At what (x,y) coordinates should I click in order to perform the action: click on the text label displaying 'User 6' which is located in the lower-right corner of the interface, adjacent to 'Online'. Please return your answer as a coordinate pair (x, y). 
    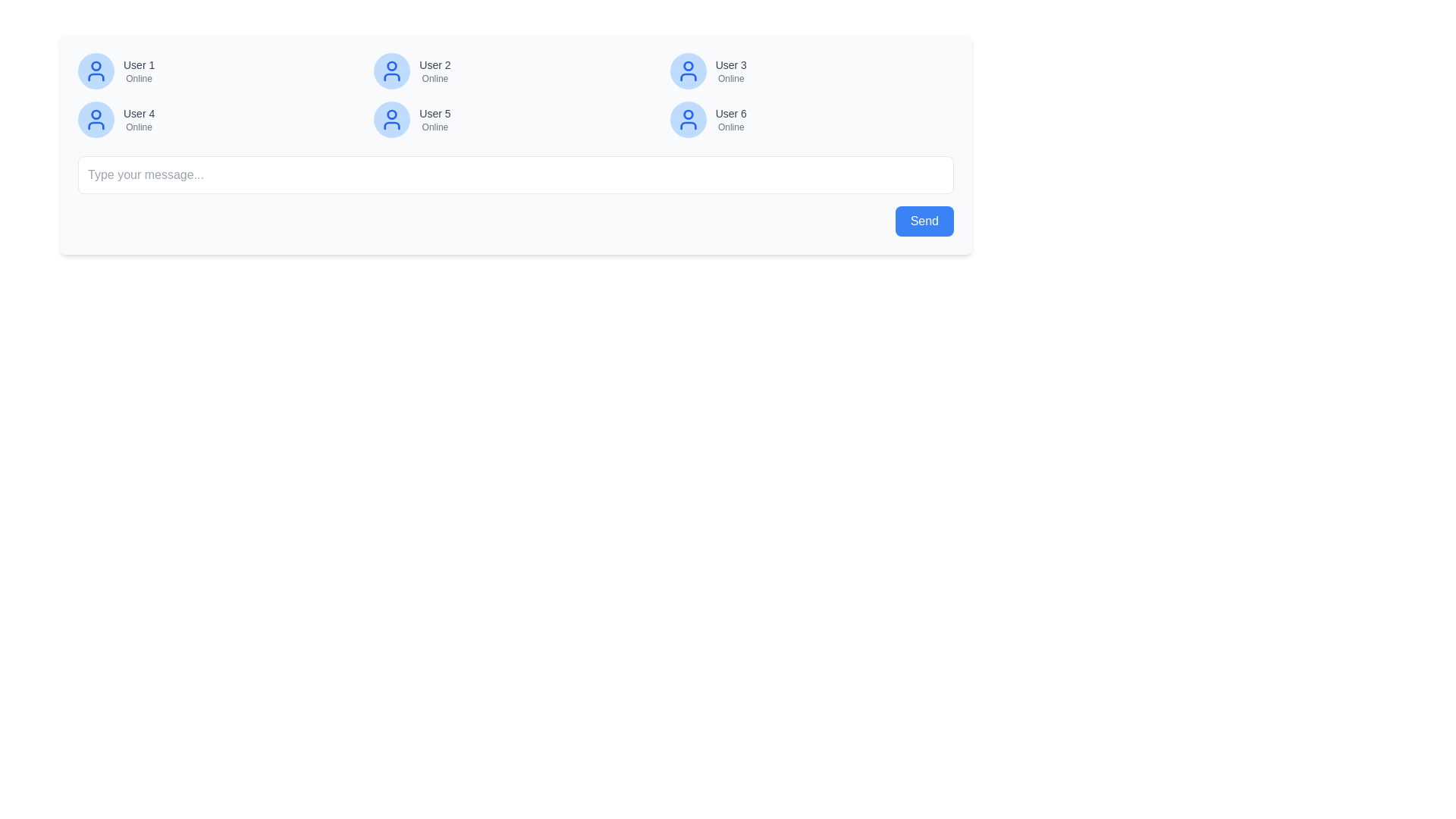
    Looking at the image, I should click on (731, 113).